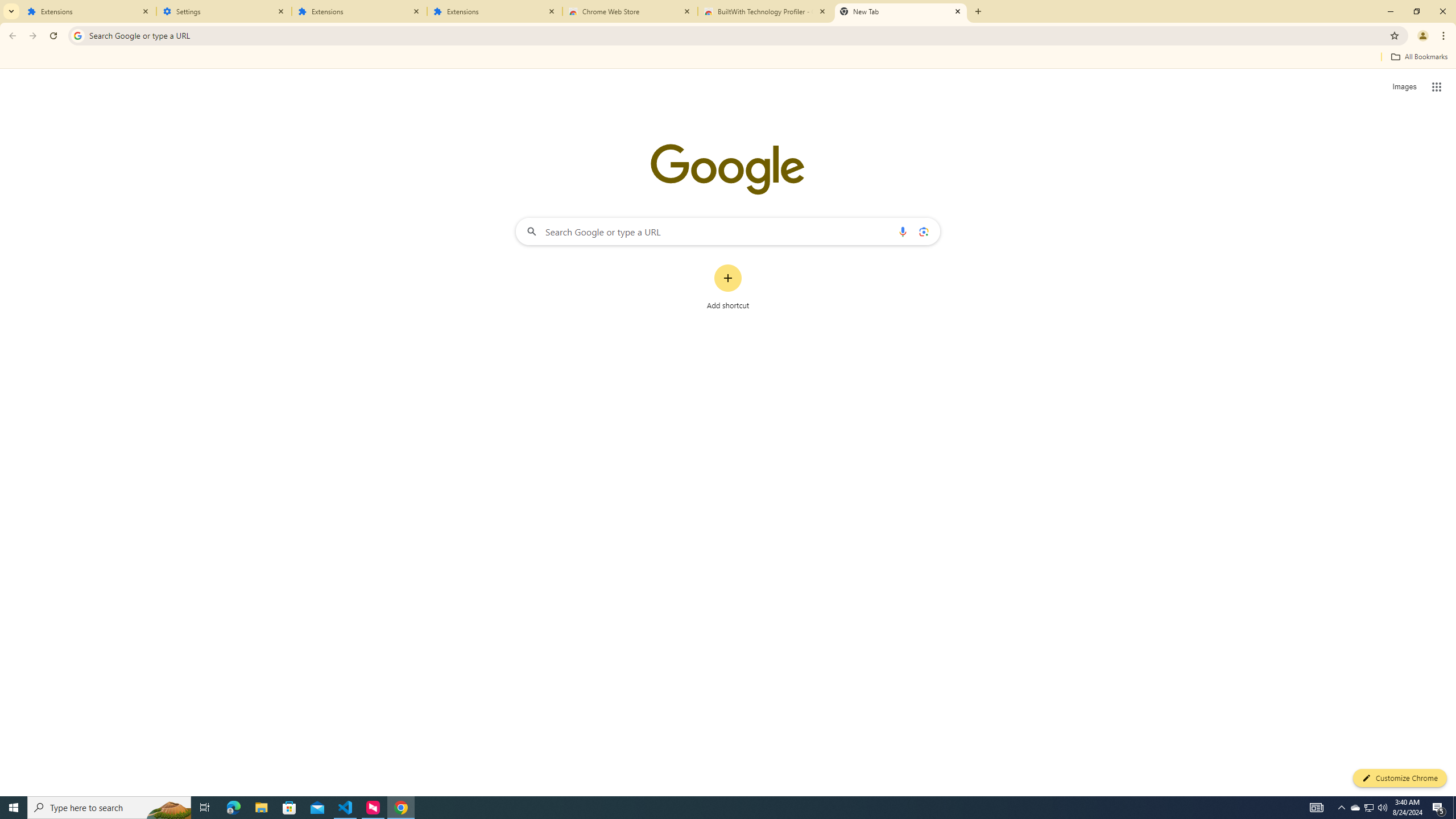 This screenshot has width=1456, height=819. What do you see at coordinates (1418, 56) in the screenshot?
I see `'All Bookmarks'` at bounding box center [1418, 56].